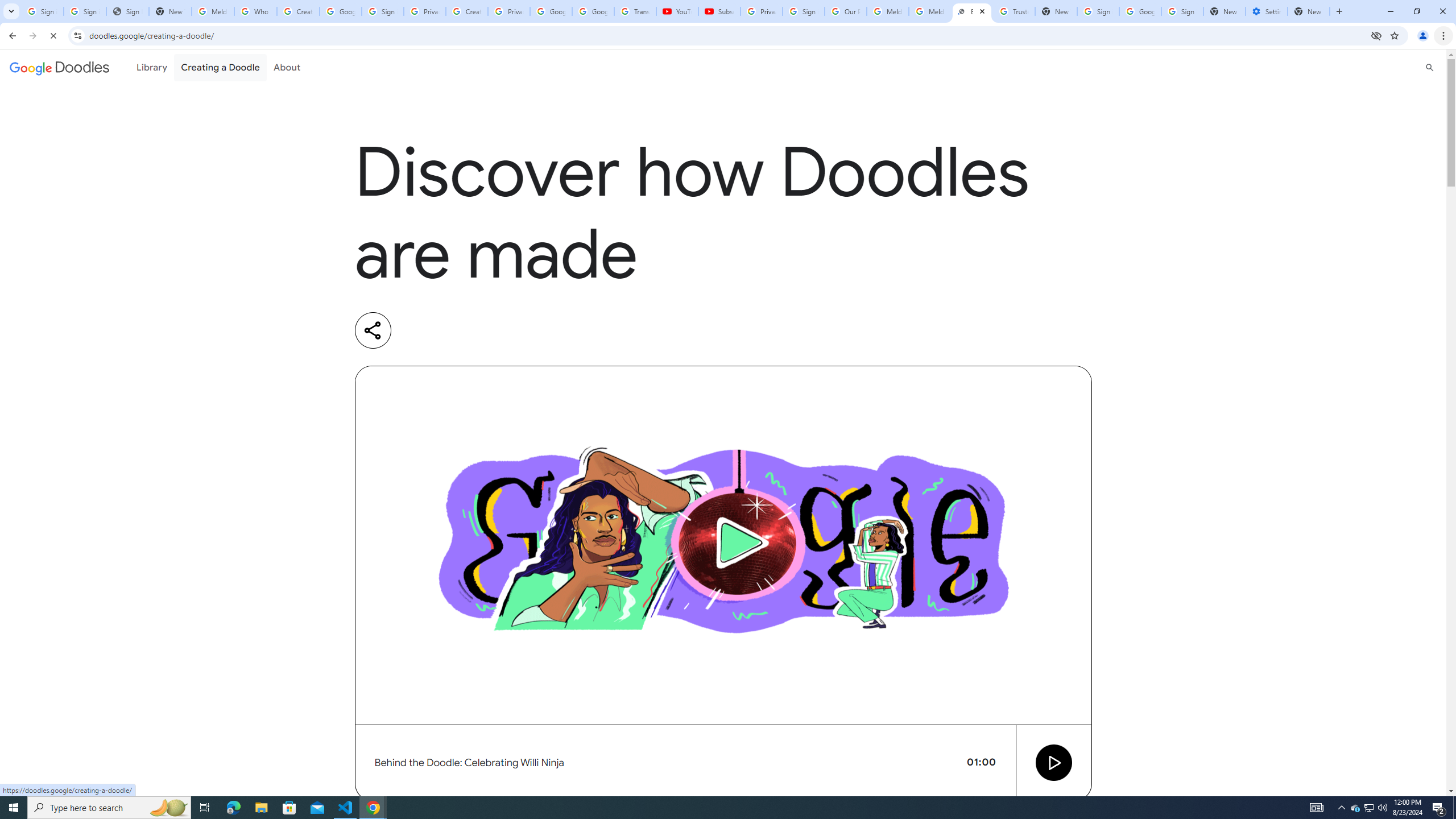  What do you see at coordinates (419, 330) in the screenshot?
I see `'Share on Linkedin'` at bounding box center [419, 330].